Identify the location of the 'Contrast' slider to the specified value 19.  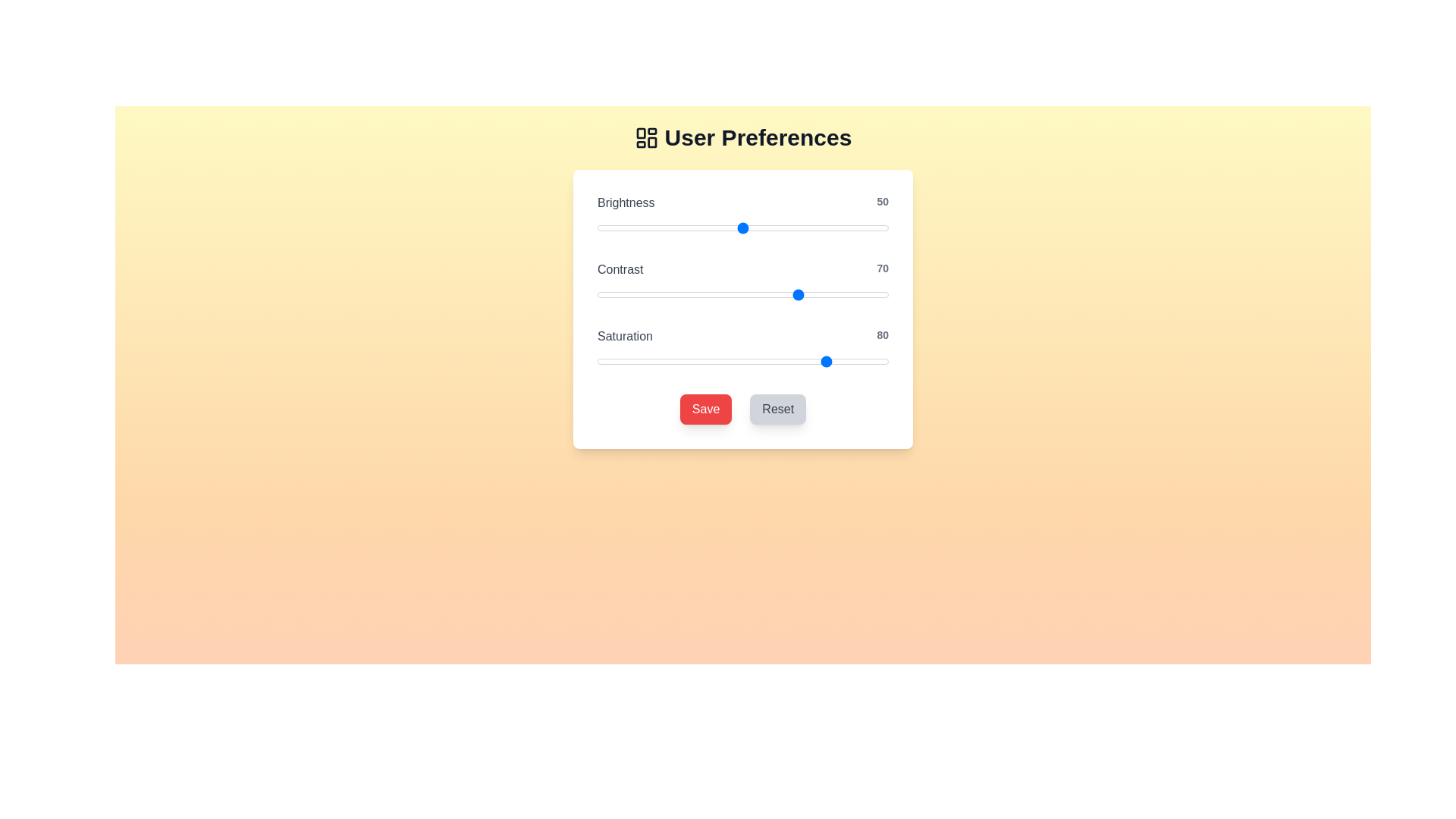
(652, 295).